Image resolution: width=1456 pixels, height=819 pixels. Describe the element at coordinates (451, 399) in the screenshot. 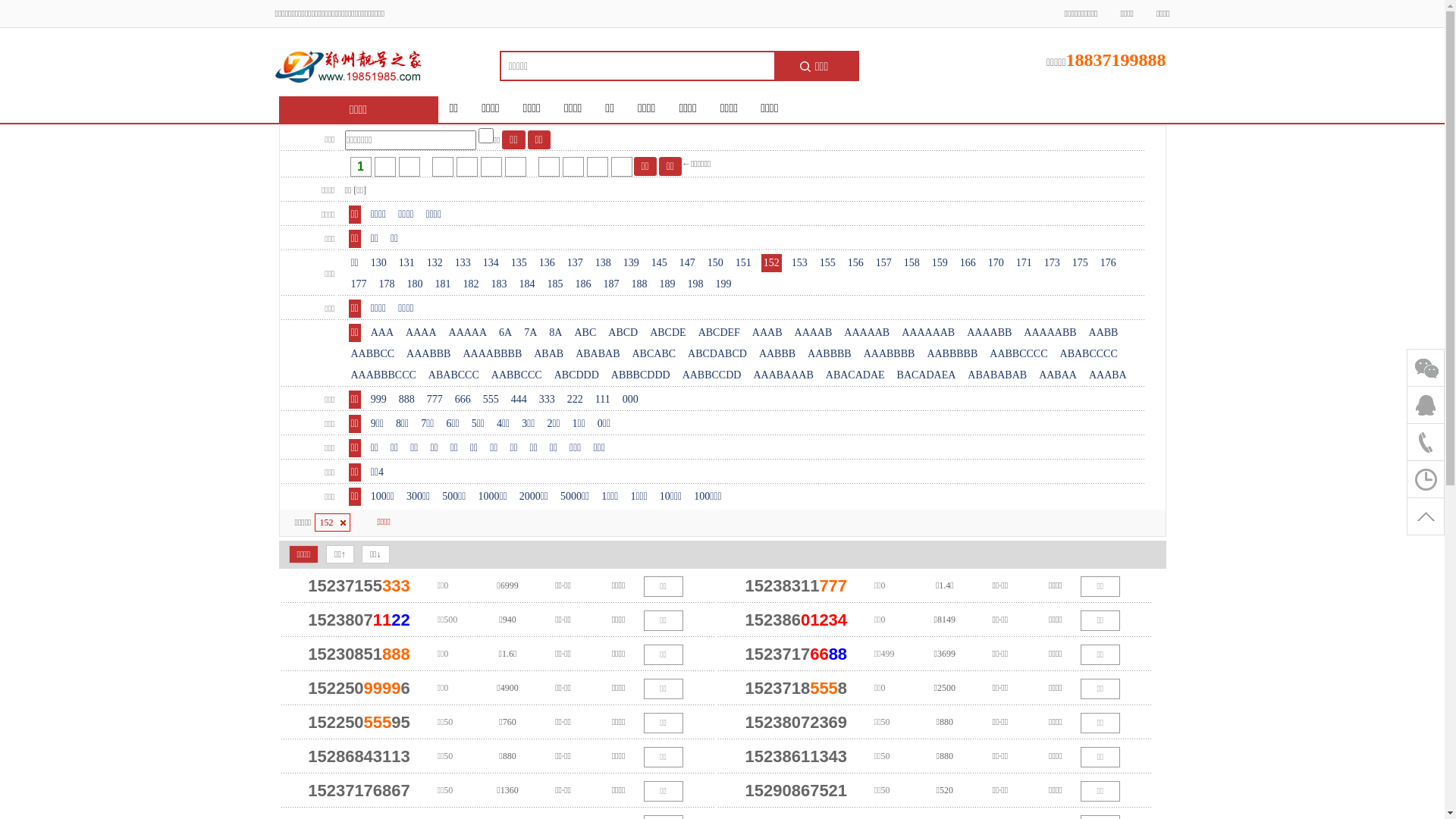

I see `'666'` at that location.